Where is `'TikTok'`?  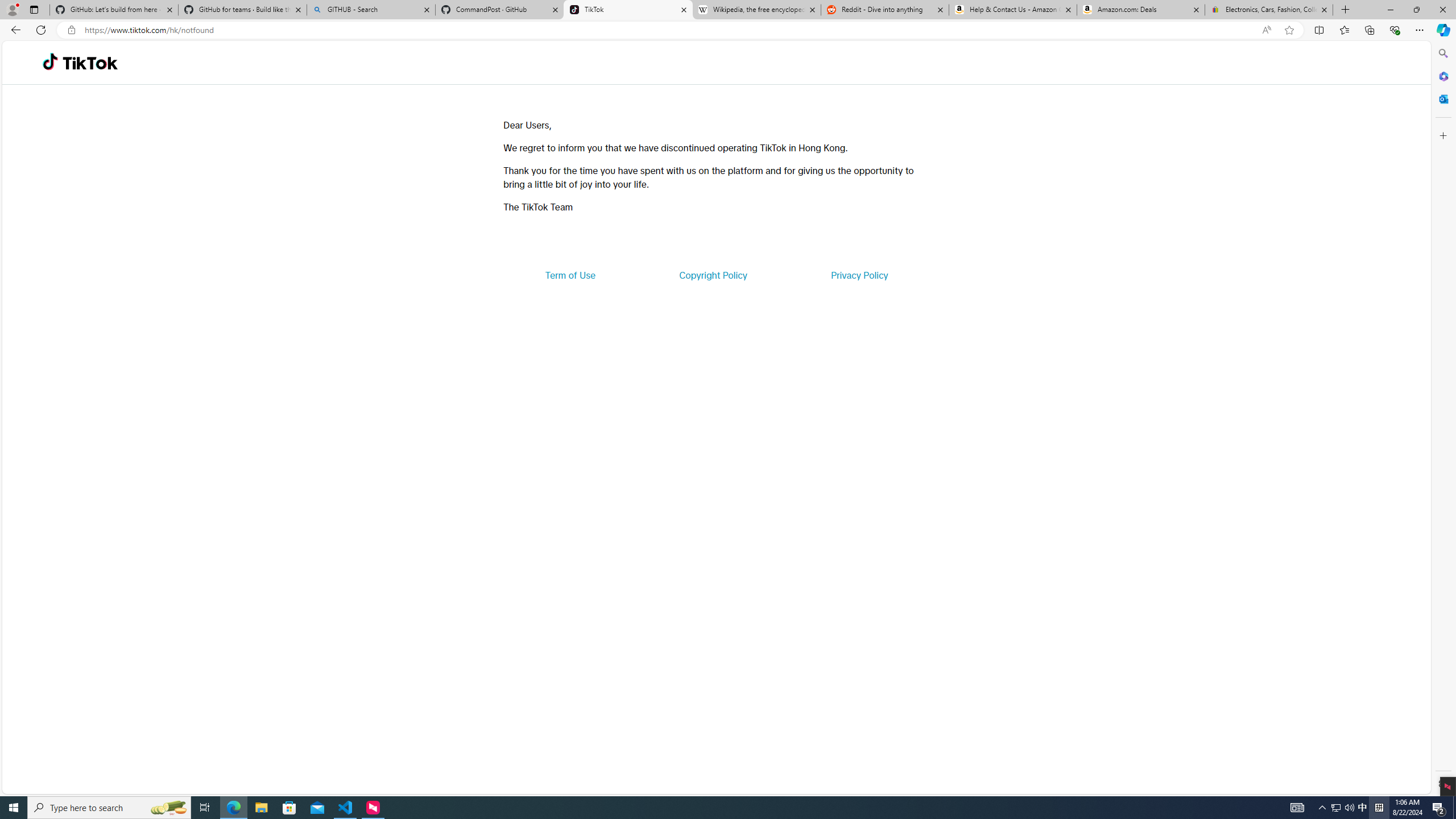
'TikTok' is located at coordinates (90, 63).